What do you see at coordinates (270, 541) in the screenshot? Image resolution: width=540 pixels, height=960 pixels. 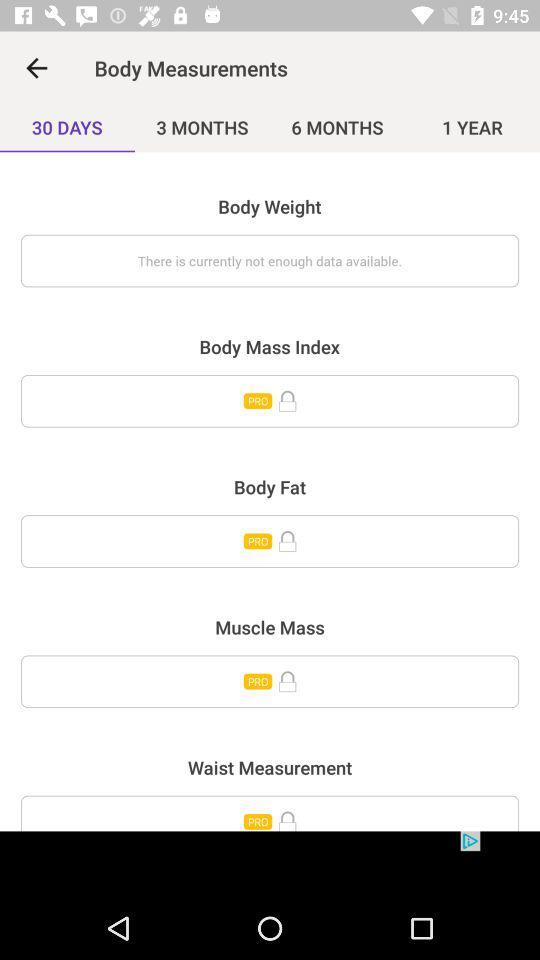 I see `lock option` at bounding box center [270, 541].